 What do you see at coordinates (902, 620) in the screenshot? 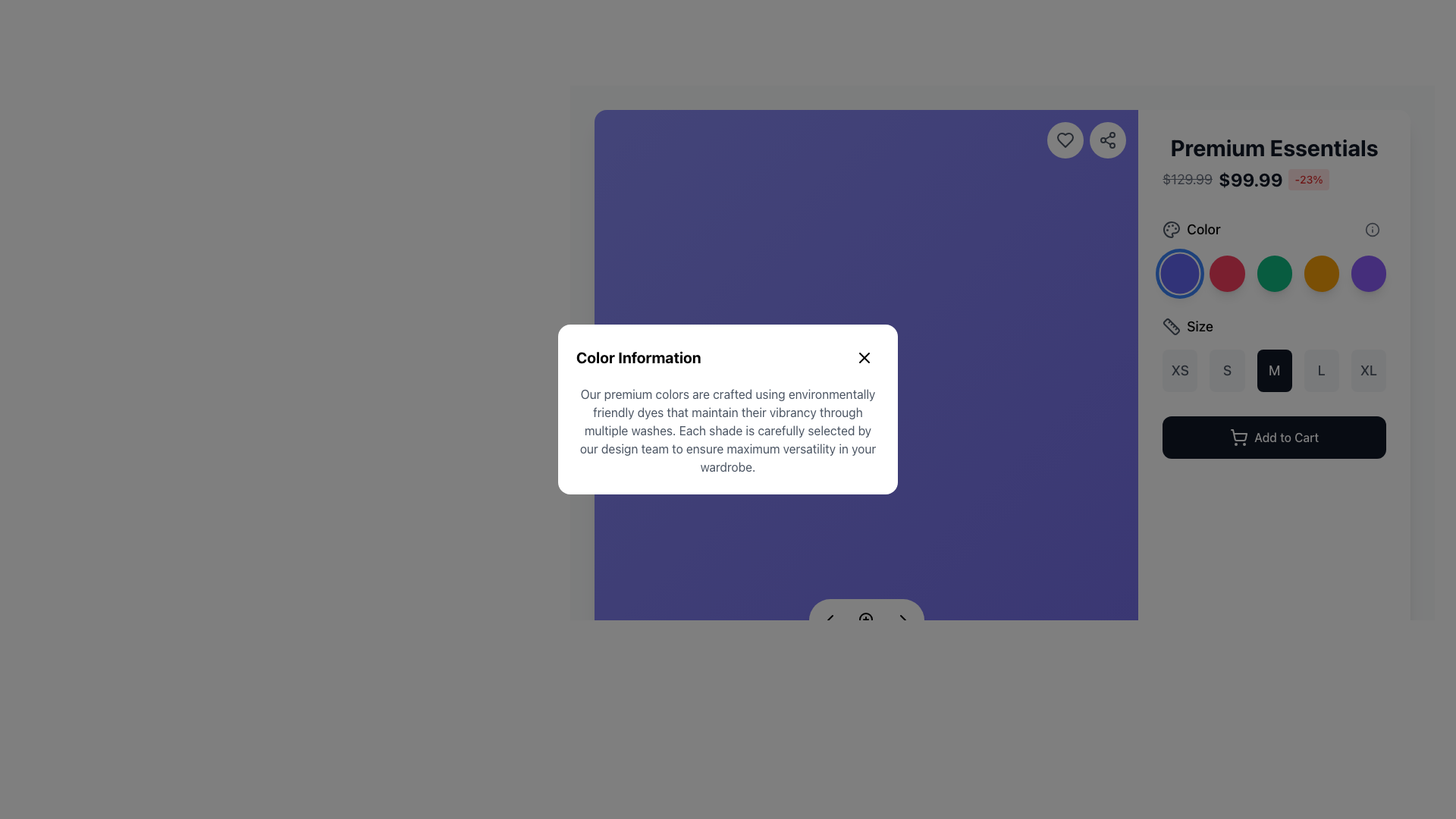
I see `the rightward-pointing chevron icon enclosed within a circular button located in the bottom center of the interface to trigger a visual effect` at bounding box center [902, 620].